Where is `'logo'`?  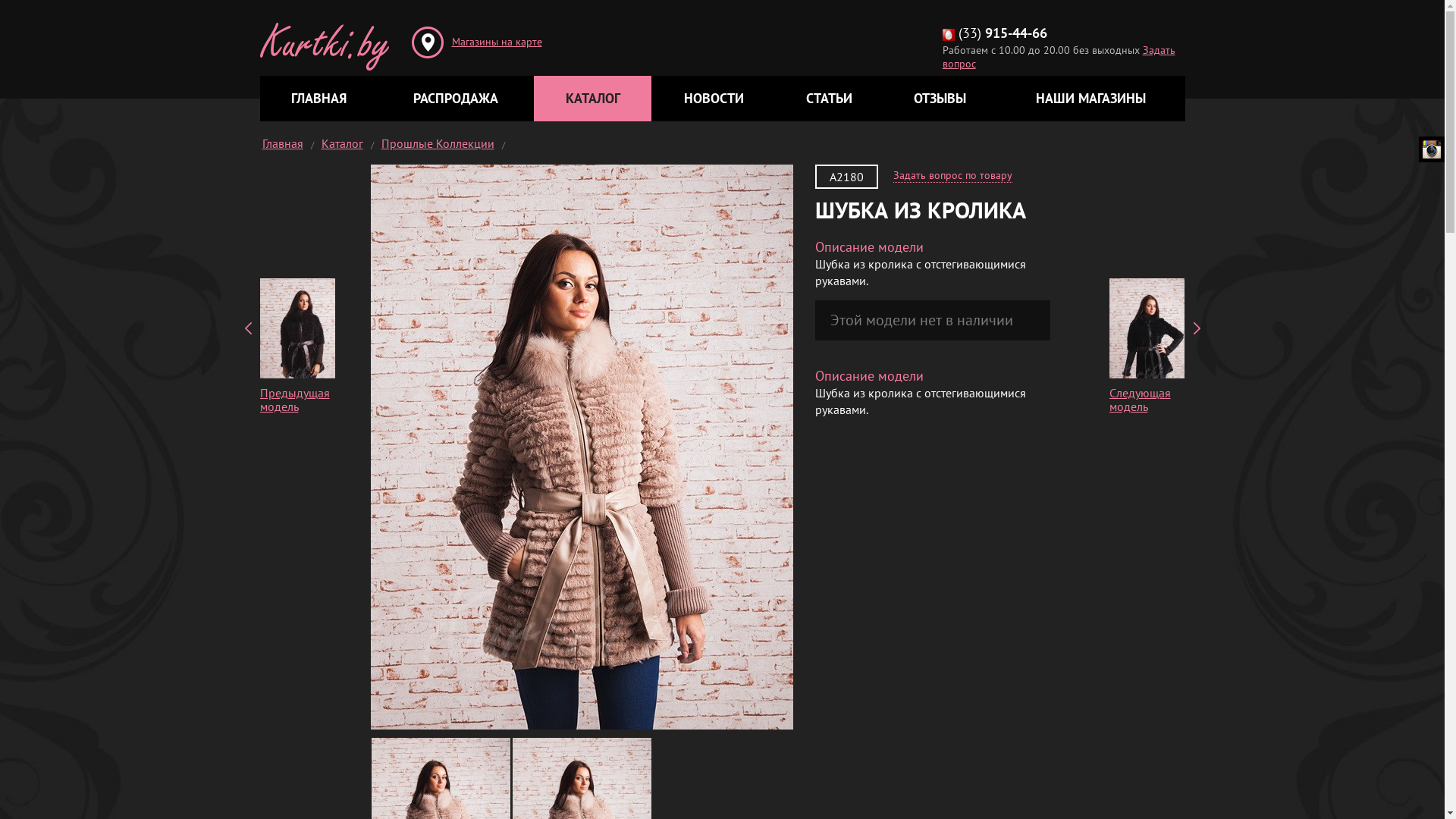 'logo' is located at coordinates (323, 34).